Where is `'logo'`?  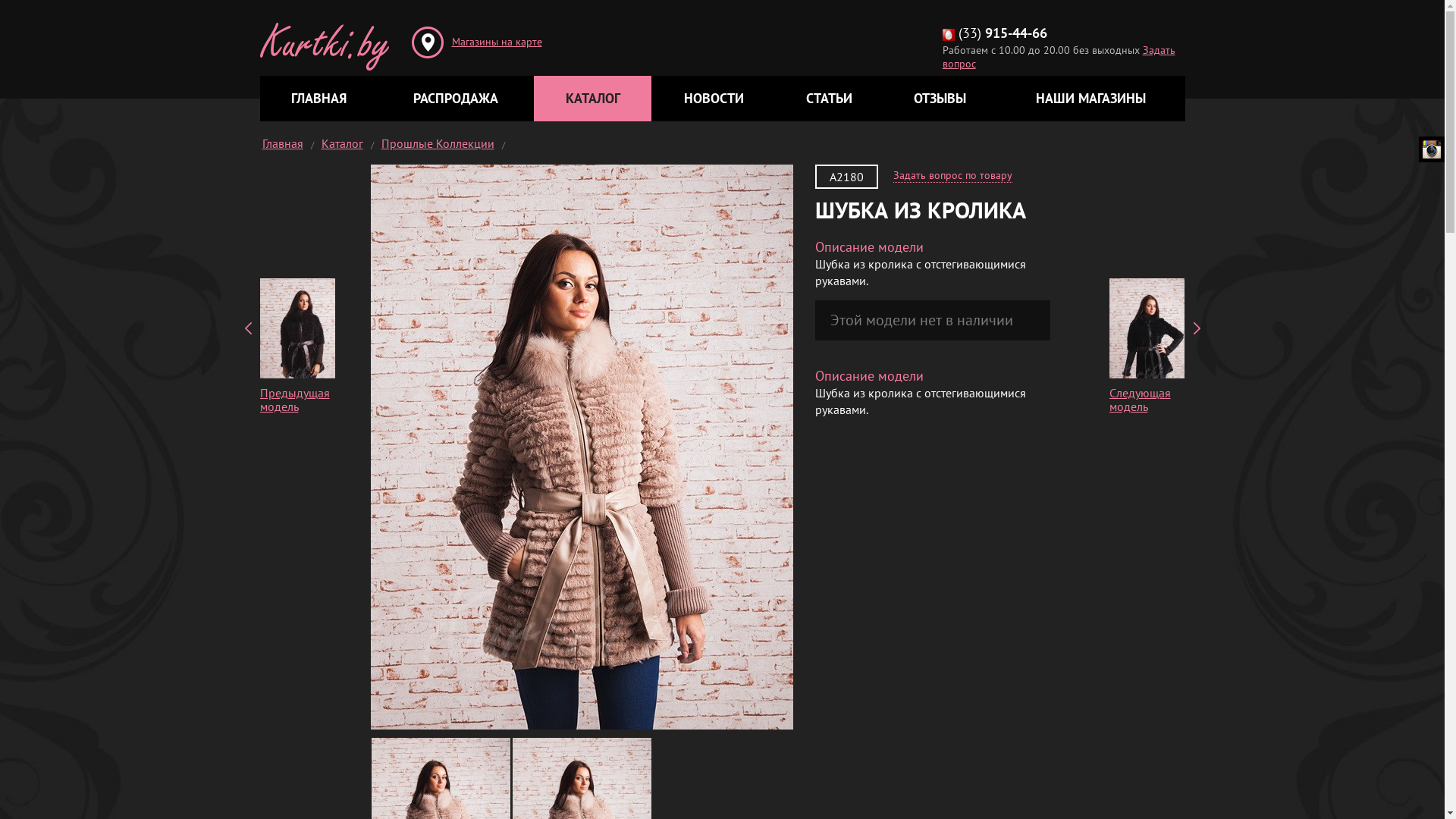 'logo' is located at coordinates (323, 34).